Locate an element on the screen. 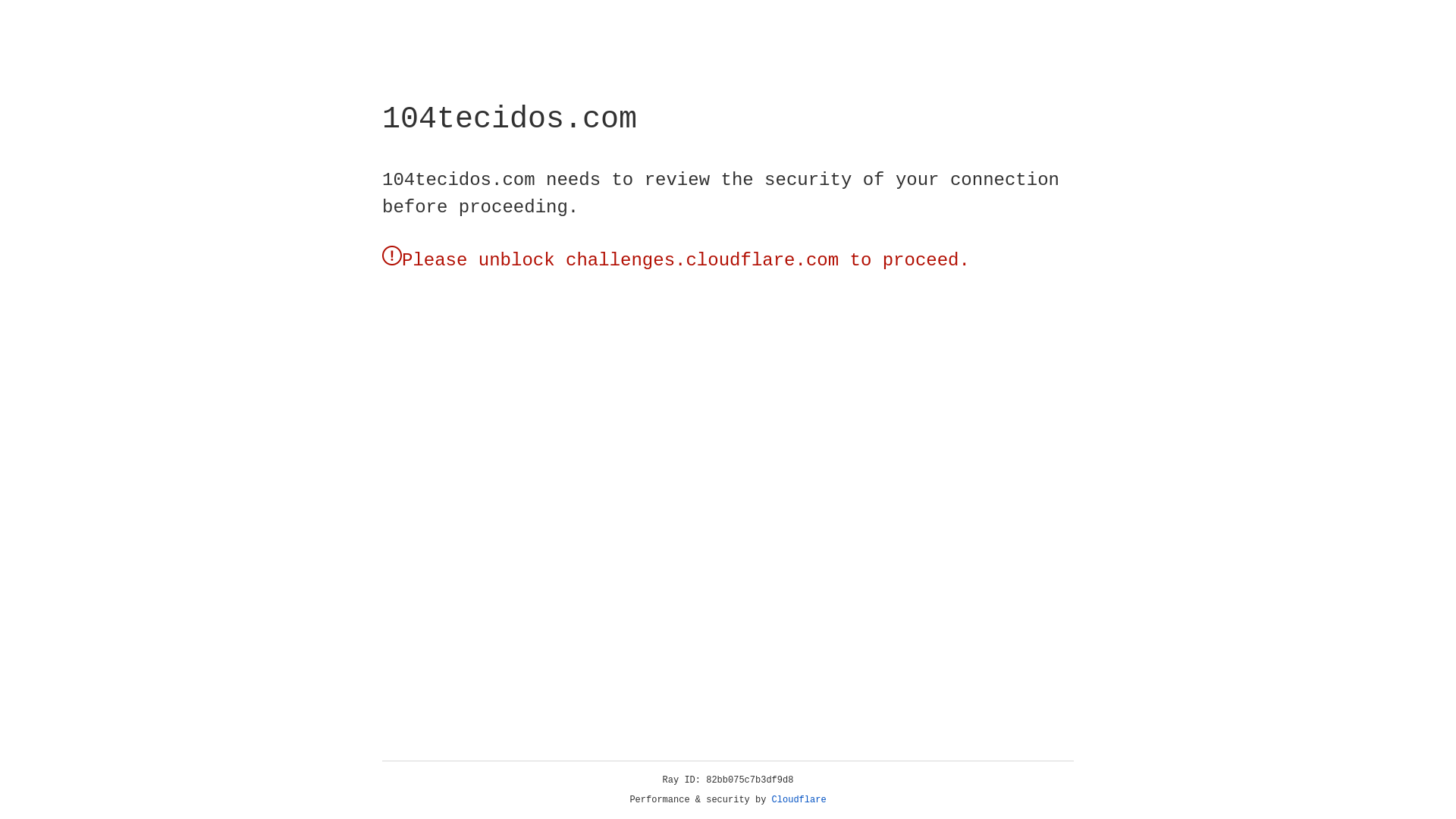  'Cloudflare' is located at coordinates (799, 799).